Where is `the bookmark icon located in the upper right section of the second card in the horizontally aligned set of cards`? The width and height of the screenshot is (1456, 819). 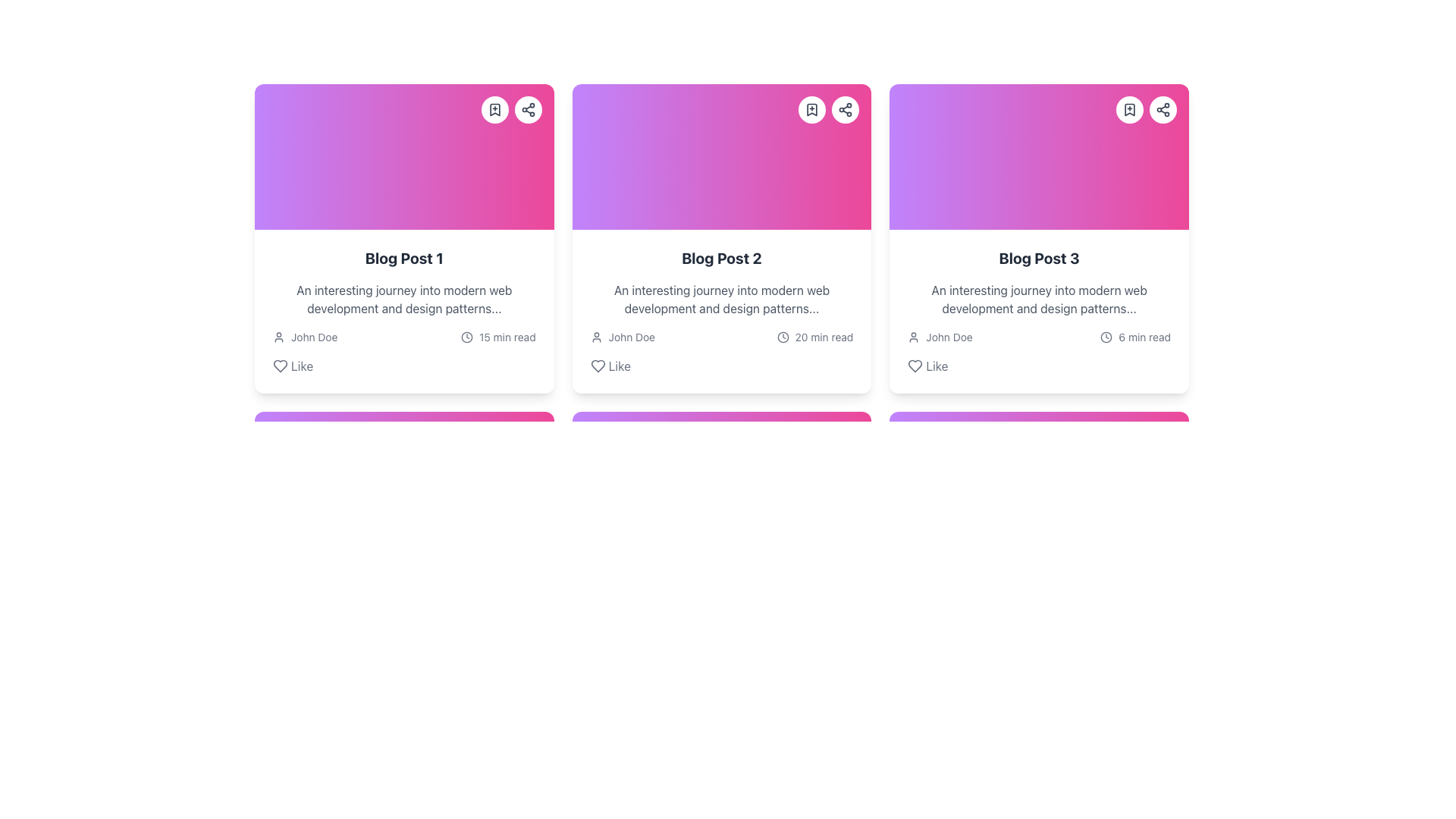 the bookmark icon located in the upper right section of the second card in the horizontally aligned set of cards is located at coordinates (811, 109).